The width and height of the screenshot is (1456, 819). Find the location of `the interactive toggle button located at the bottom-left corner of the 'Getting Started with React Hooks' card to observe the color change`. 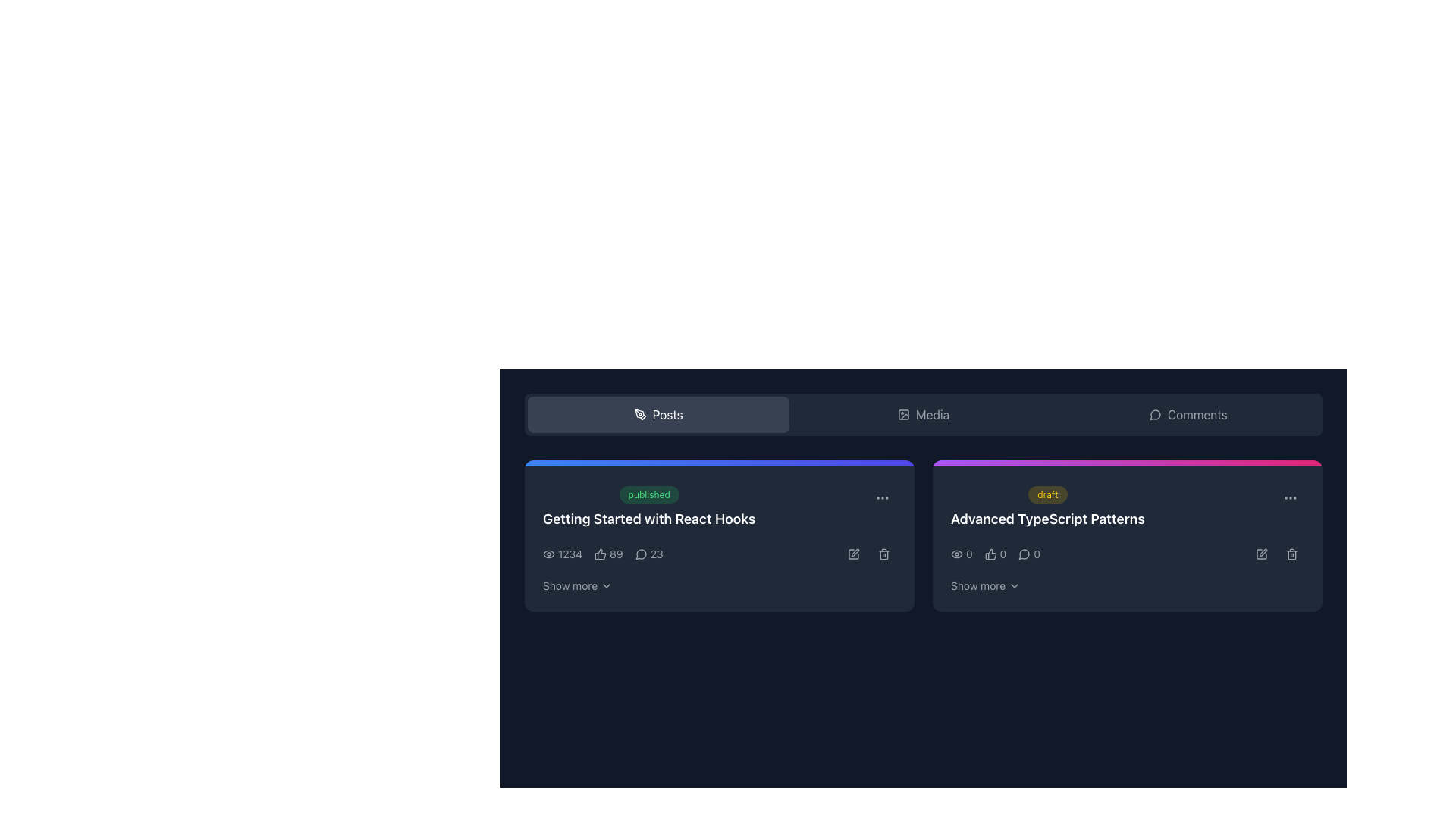

the interactive toggle button located at the bottom-left corner of the 'Getting Started with React Hooks' card to observe the color change is located at coordinates (577, 585).